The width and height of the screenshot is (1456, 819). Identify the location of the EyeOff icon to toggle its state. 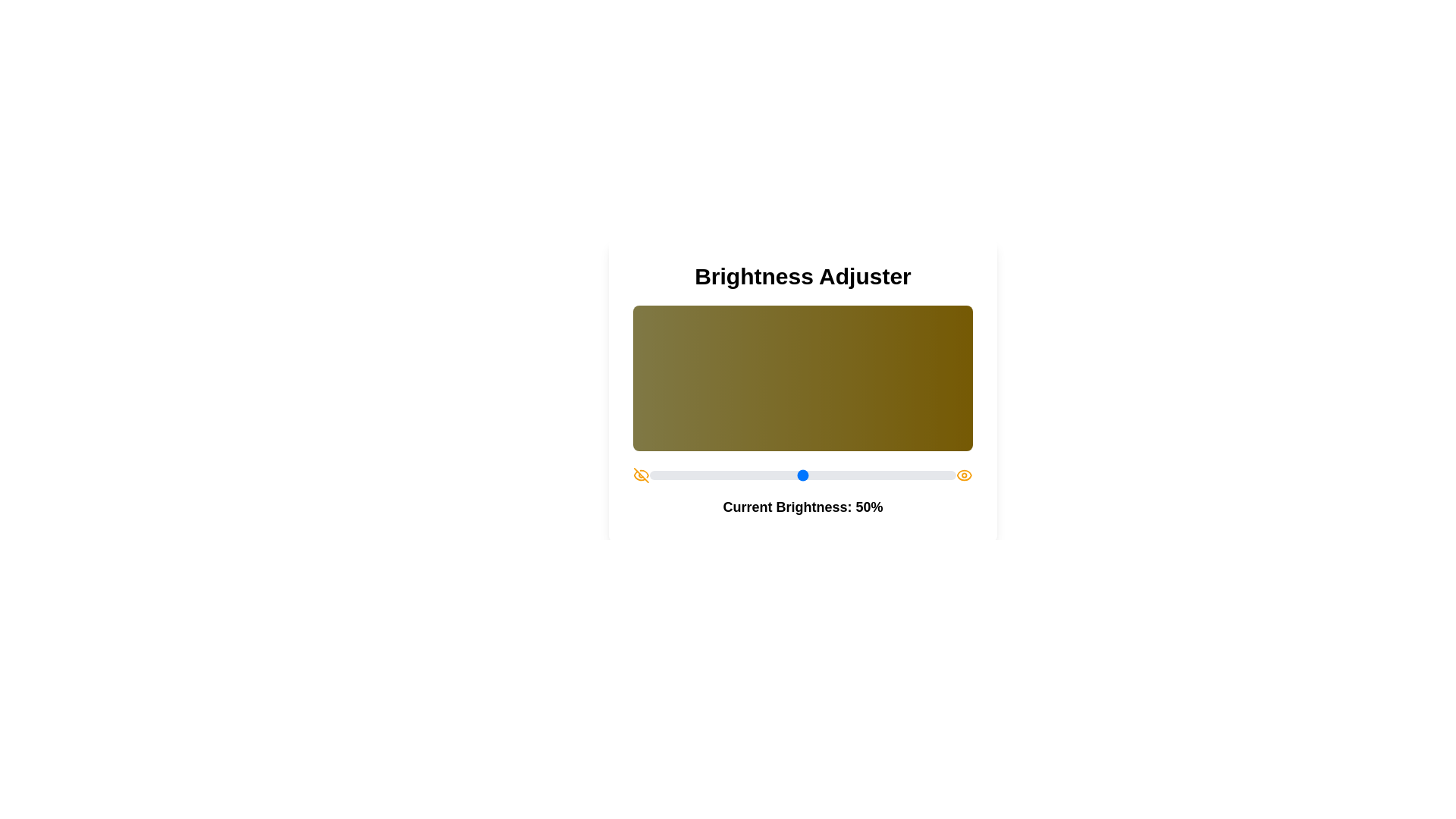
(641, 475).